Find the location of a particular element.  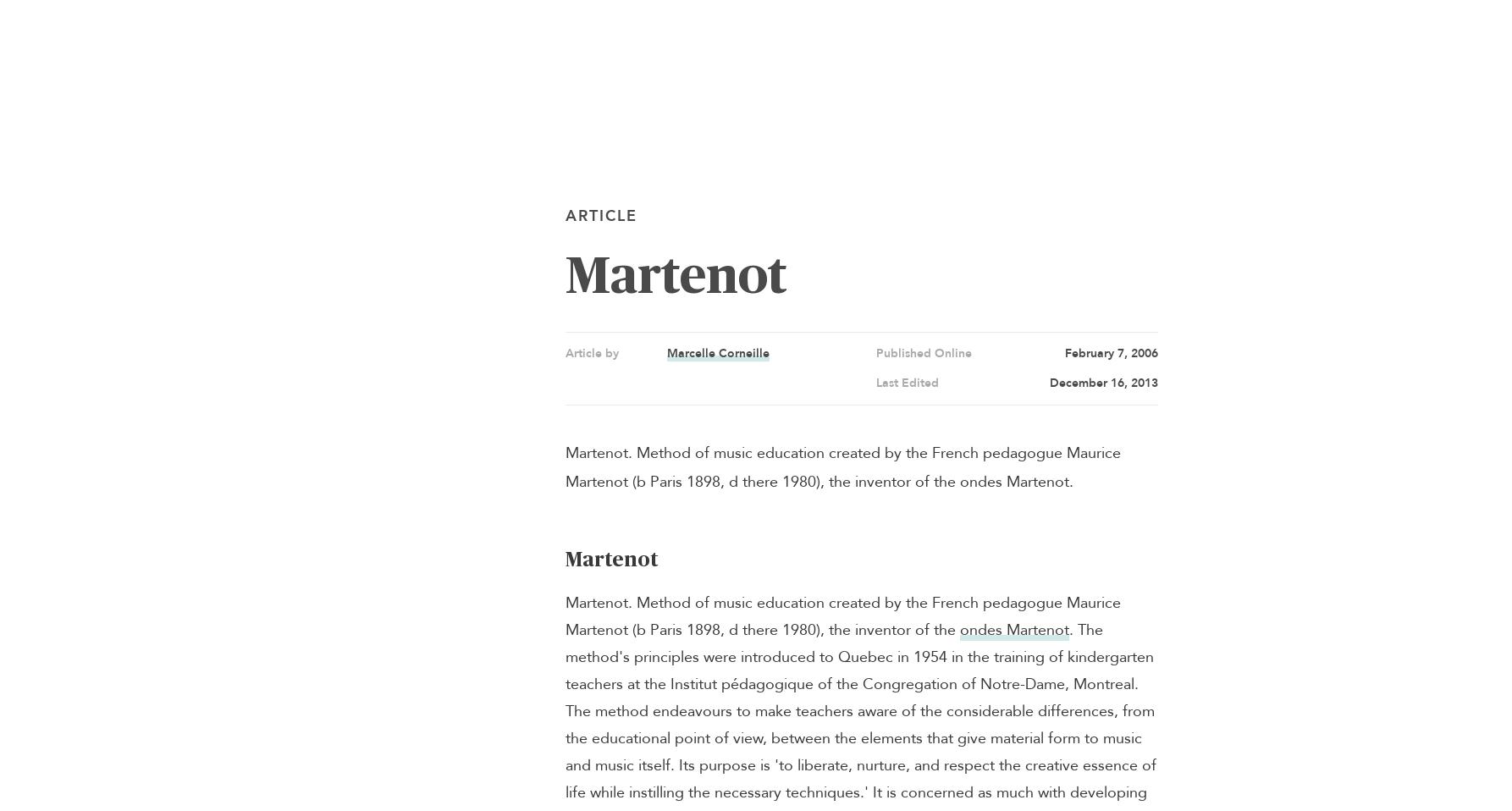

'Resources' is located at coordinates (9, 194).